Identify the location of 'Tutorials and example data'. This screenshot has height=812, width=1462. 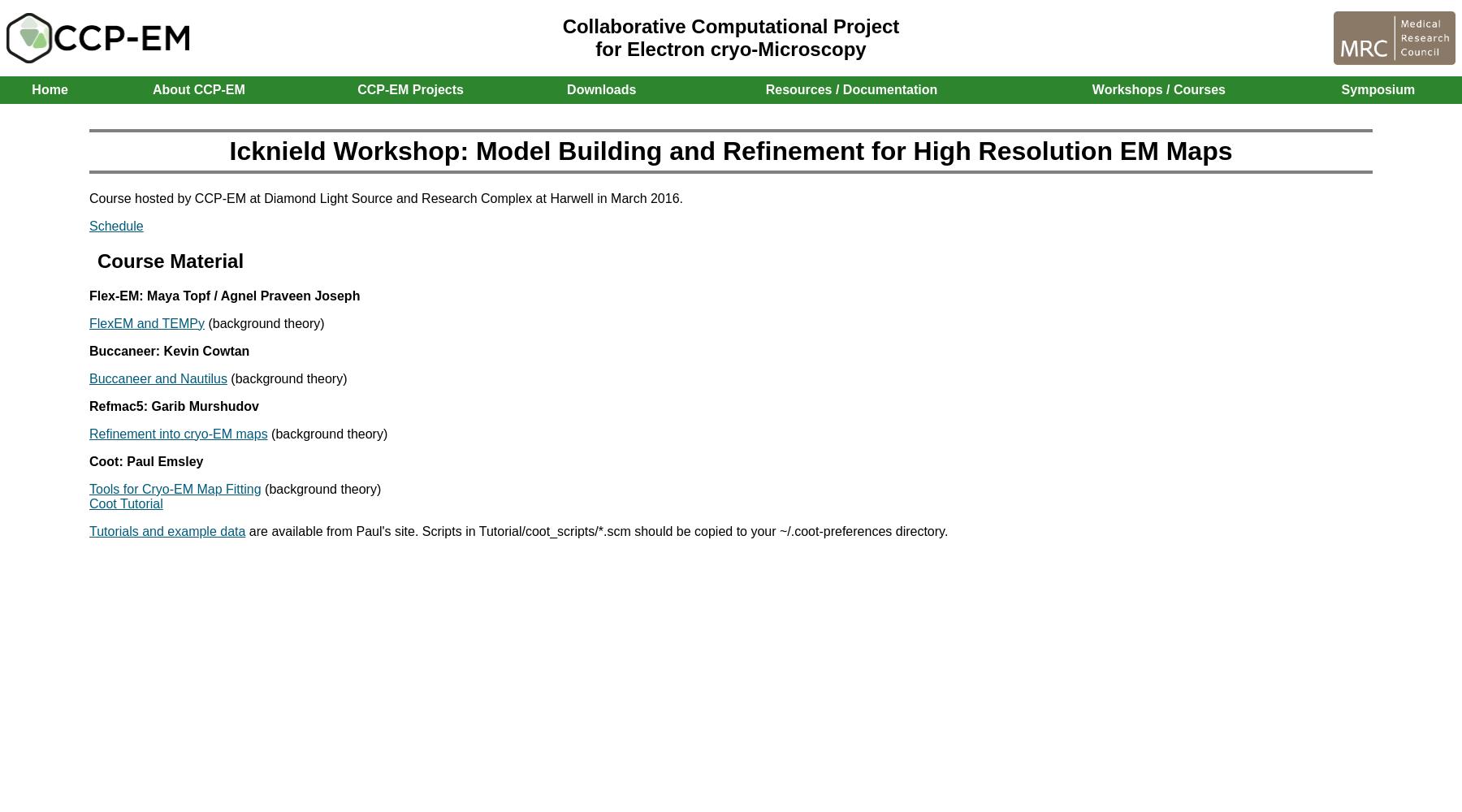
(167, 530).